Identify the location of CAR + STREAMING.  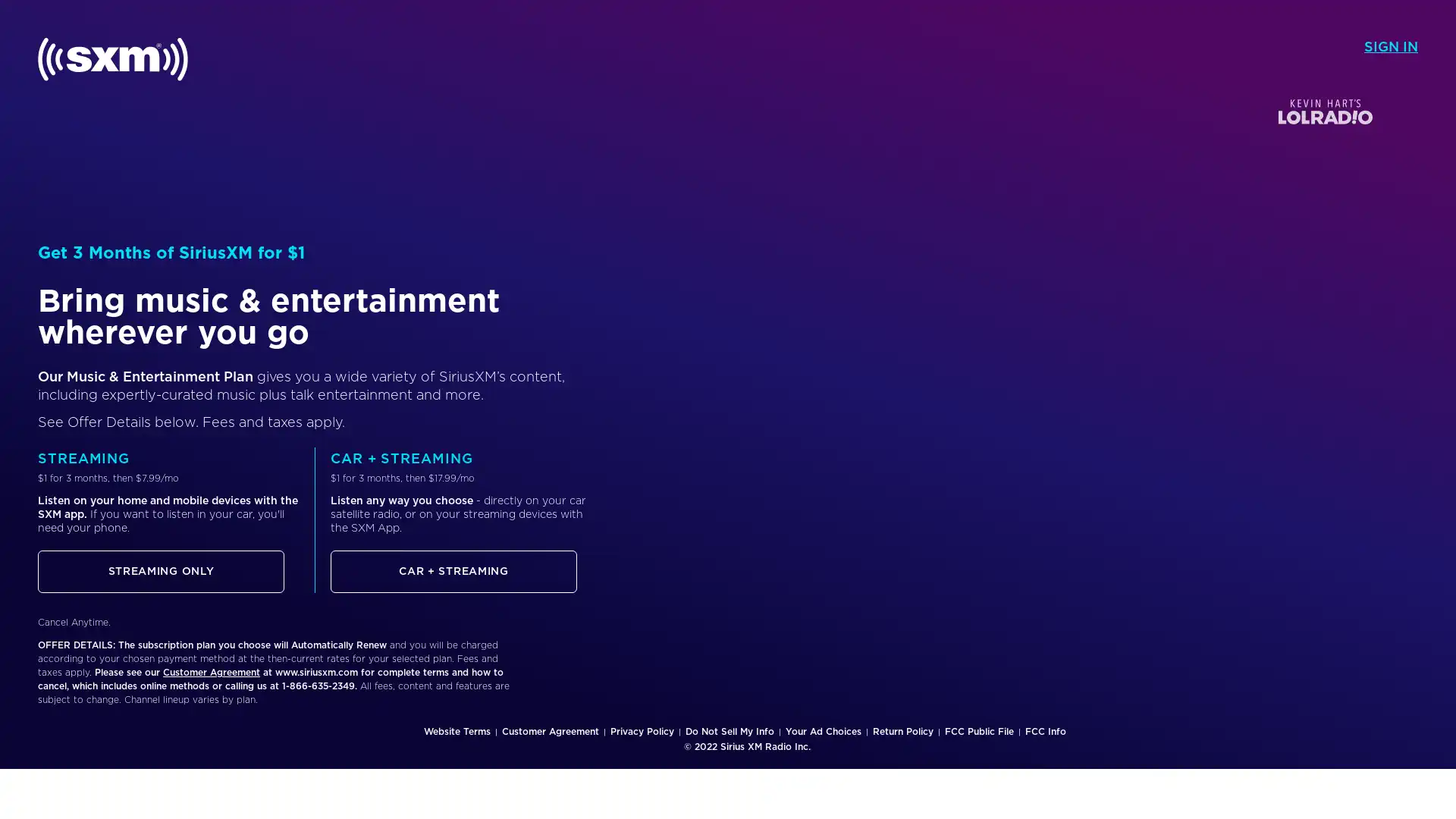
(453, 571).